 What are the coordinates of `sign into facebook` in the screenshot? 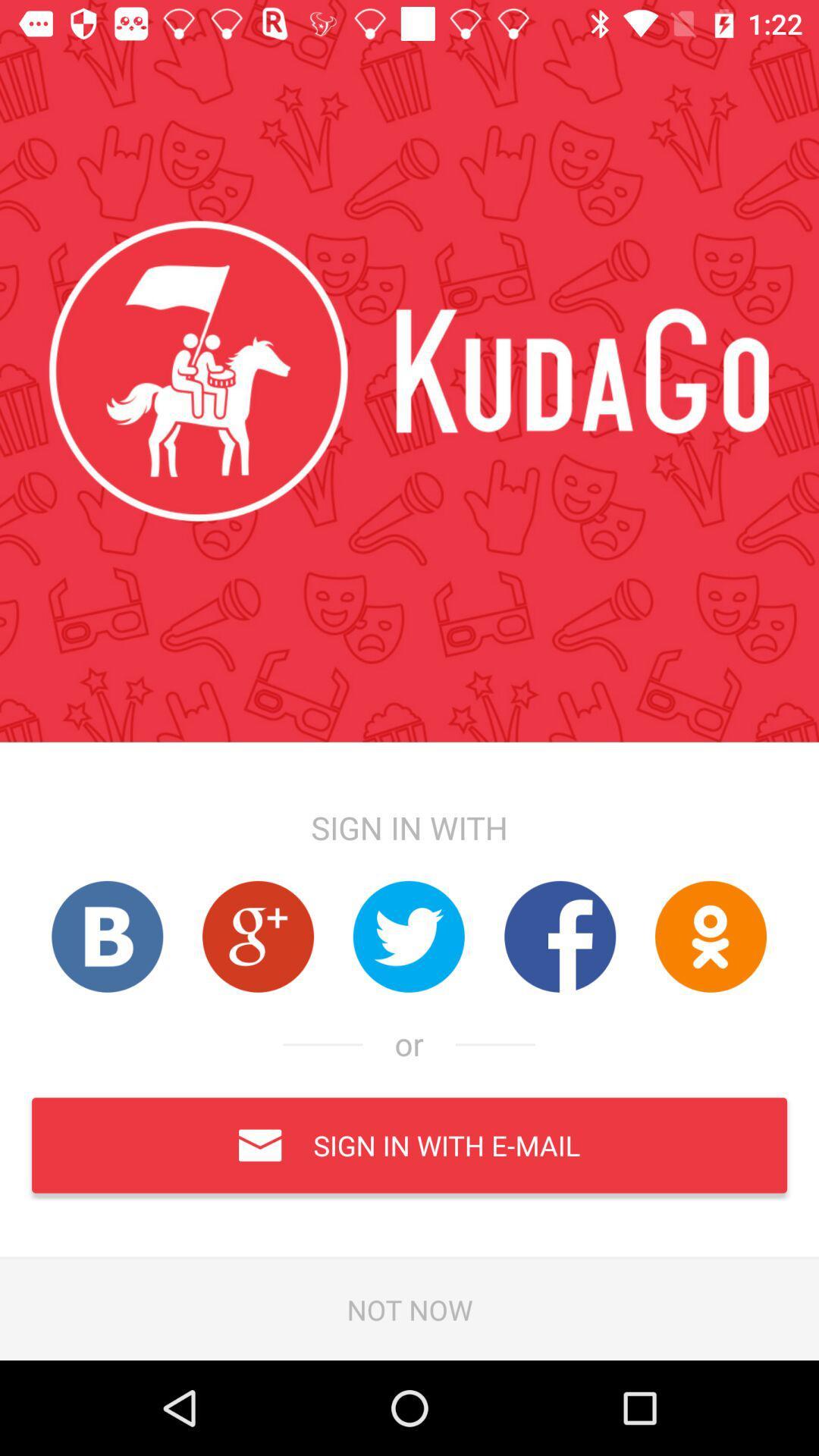 It's located at (560, 936).